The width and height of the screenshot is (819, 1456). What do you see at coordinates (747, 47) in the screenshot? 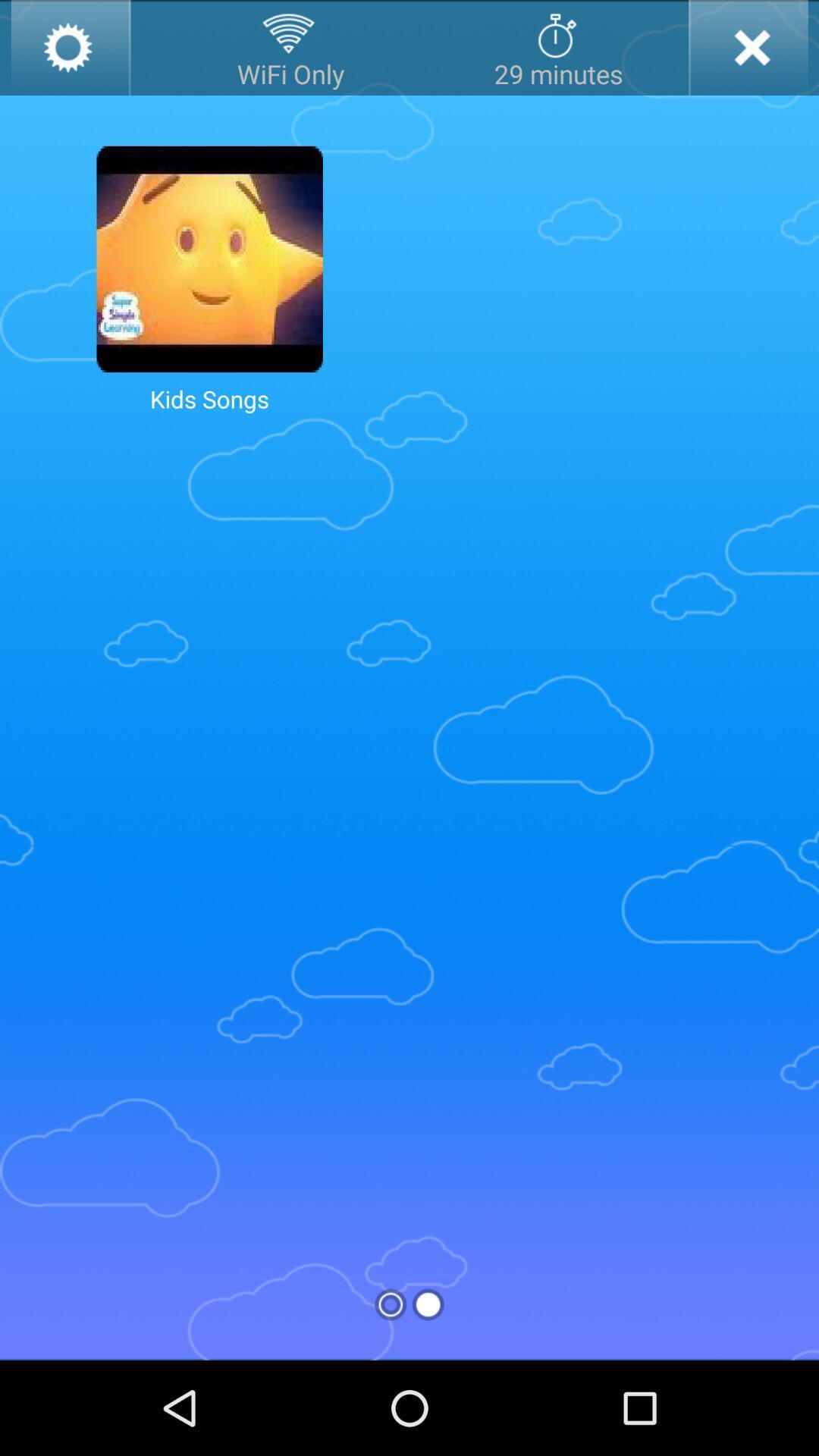
I see `close` at bounding box center [747, 47].